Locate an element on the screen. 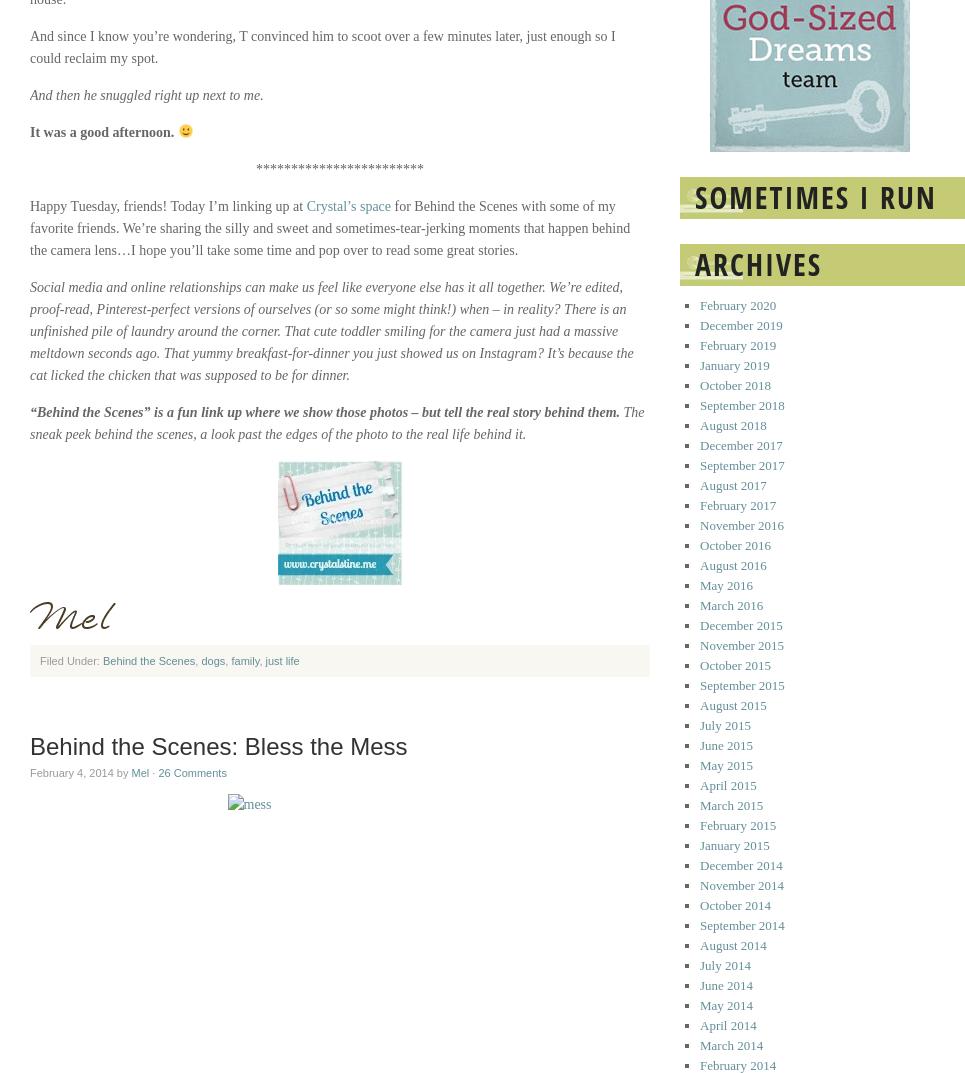 The height and width of the screenshot is (1073, 965). 'August 2017' is located at coordinates (733, 484).